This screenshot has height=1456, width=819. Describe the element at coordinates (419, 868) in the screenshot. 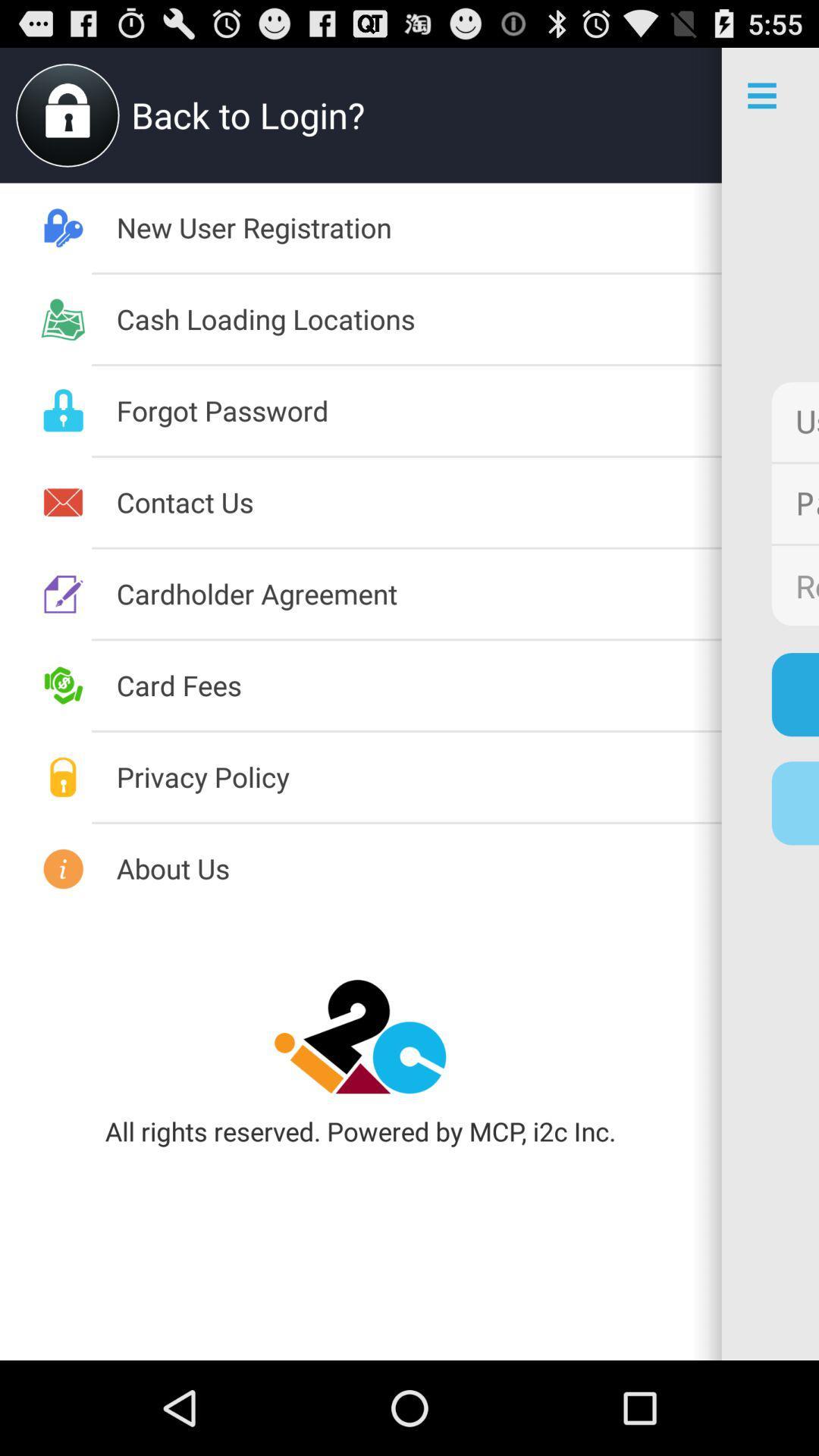

I see `the item to the left of new user registration` at that location.